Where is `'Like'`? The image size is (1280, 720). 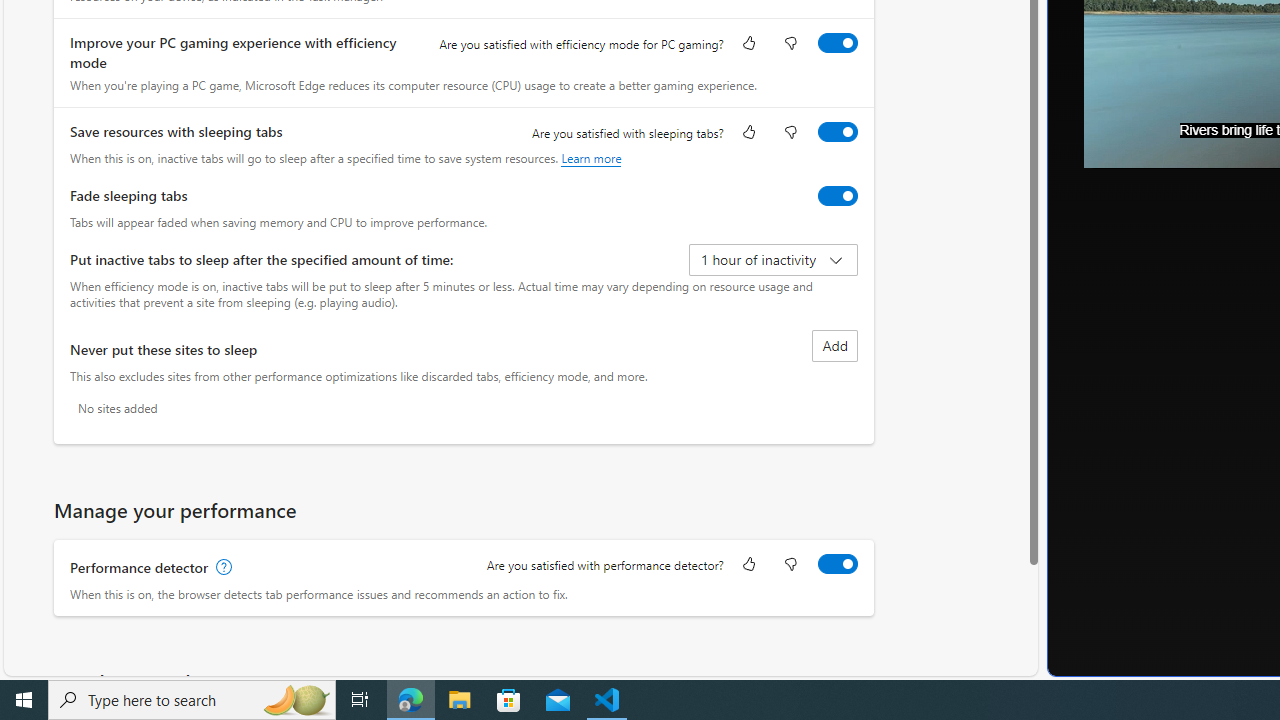
'Like' is located at coordinates (747, 565).